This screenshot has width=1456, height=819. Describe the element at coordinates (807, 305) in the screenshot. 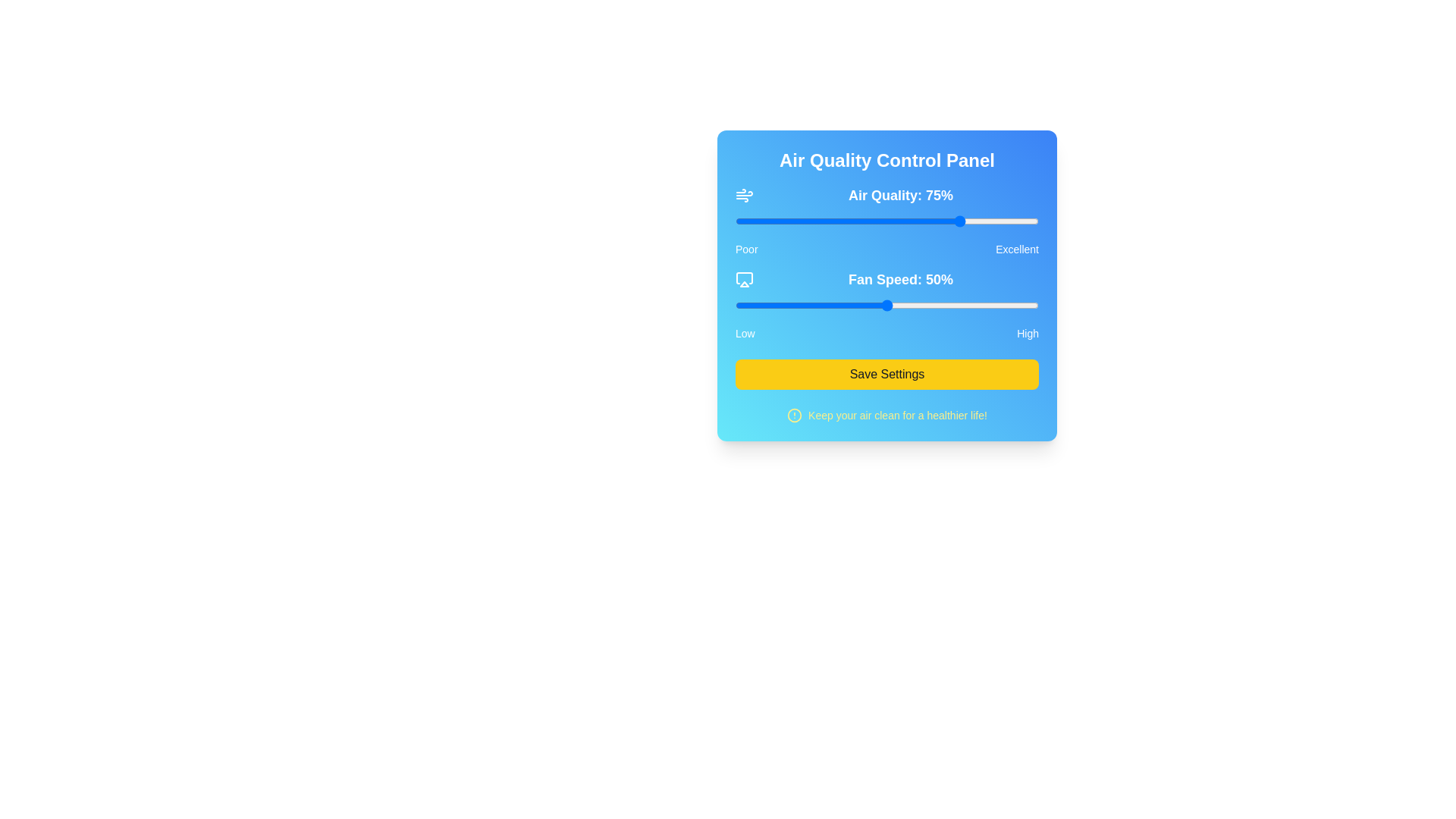

I see `the fan speed` at that location.